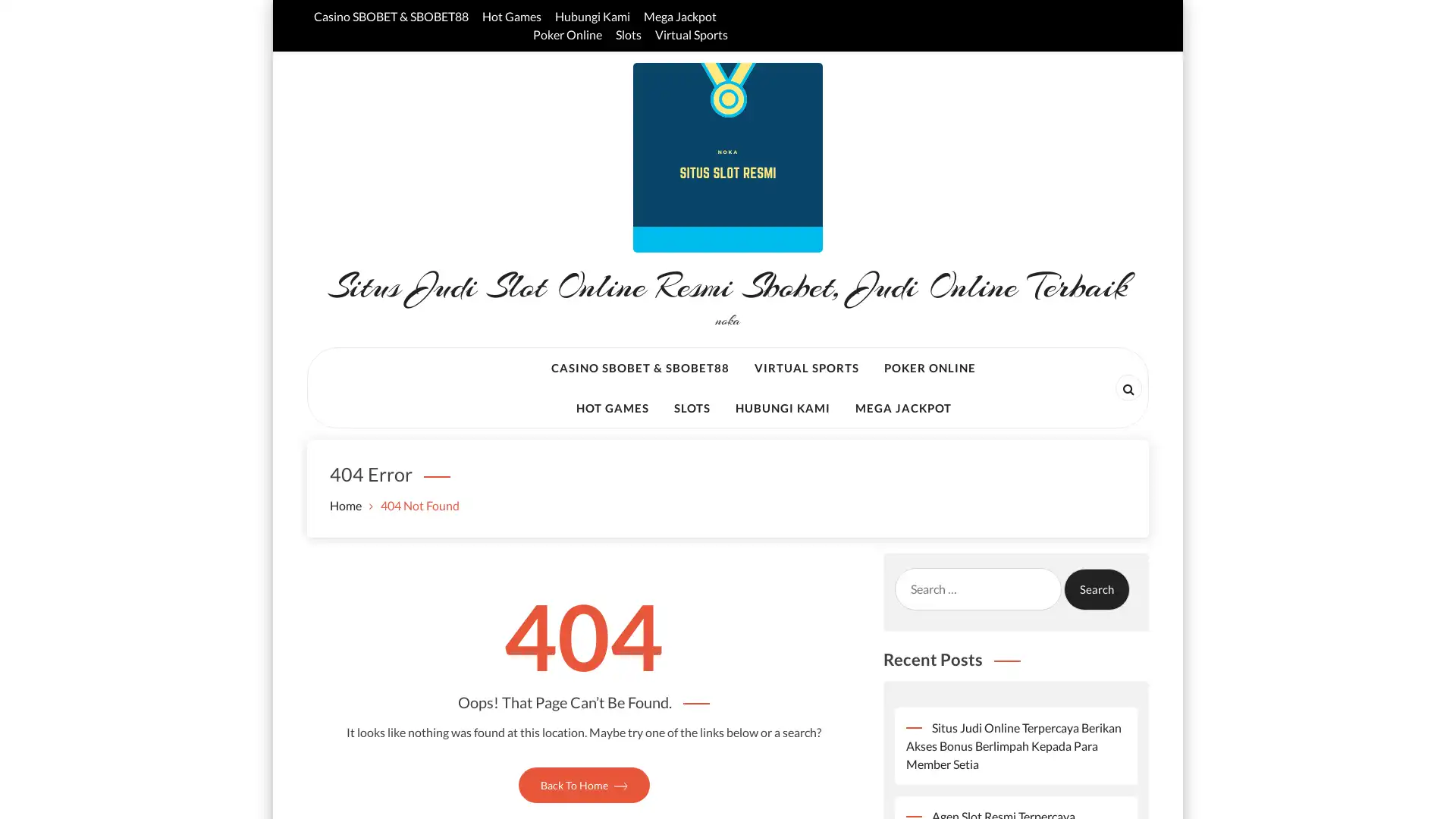  I want to click on Search, so click(1097, 588).